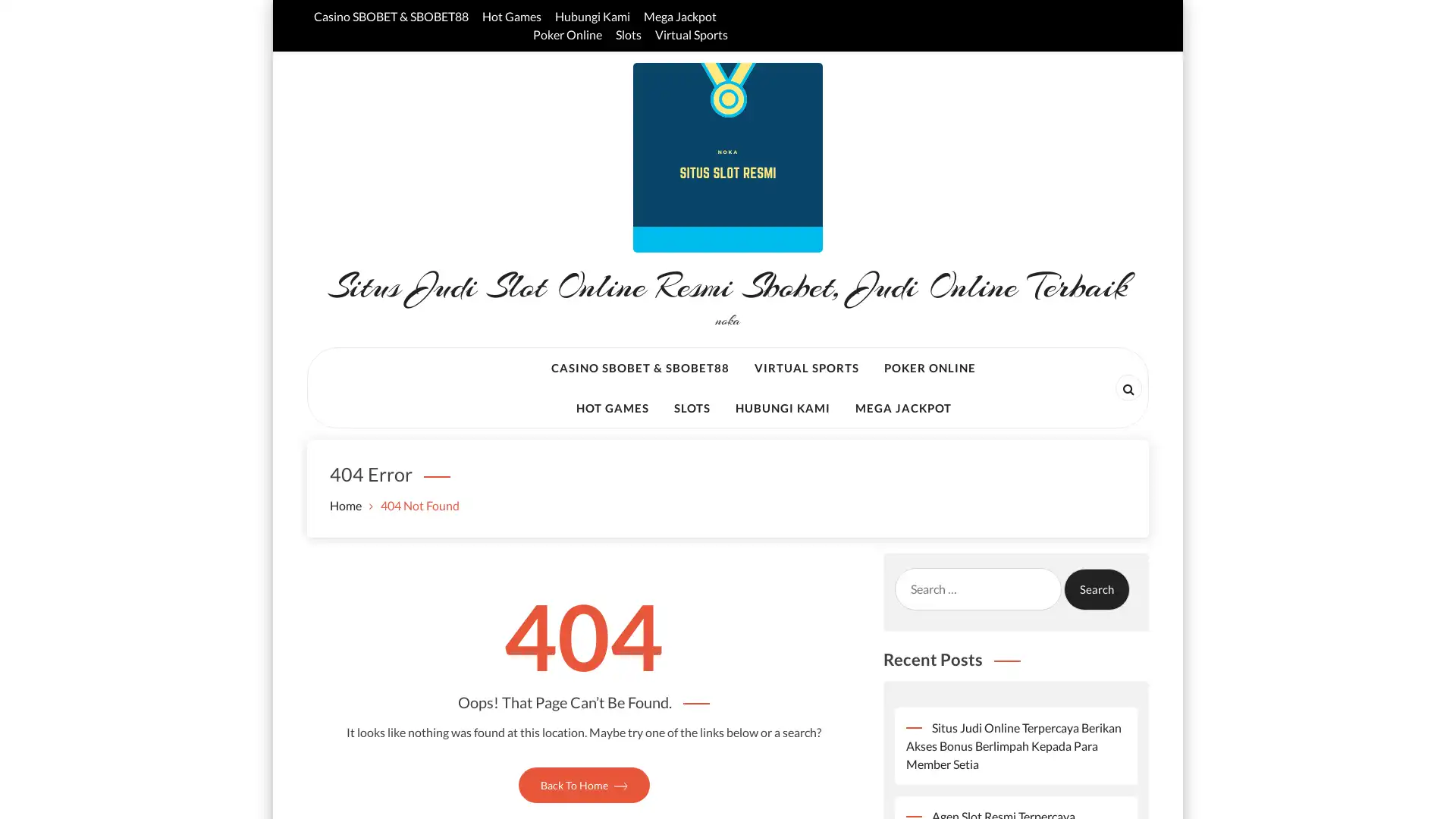  I want to click on Search, so click(1097, 588).